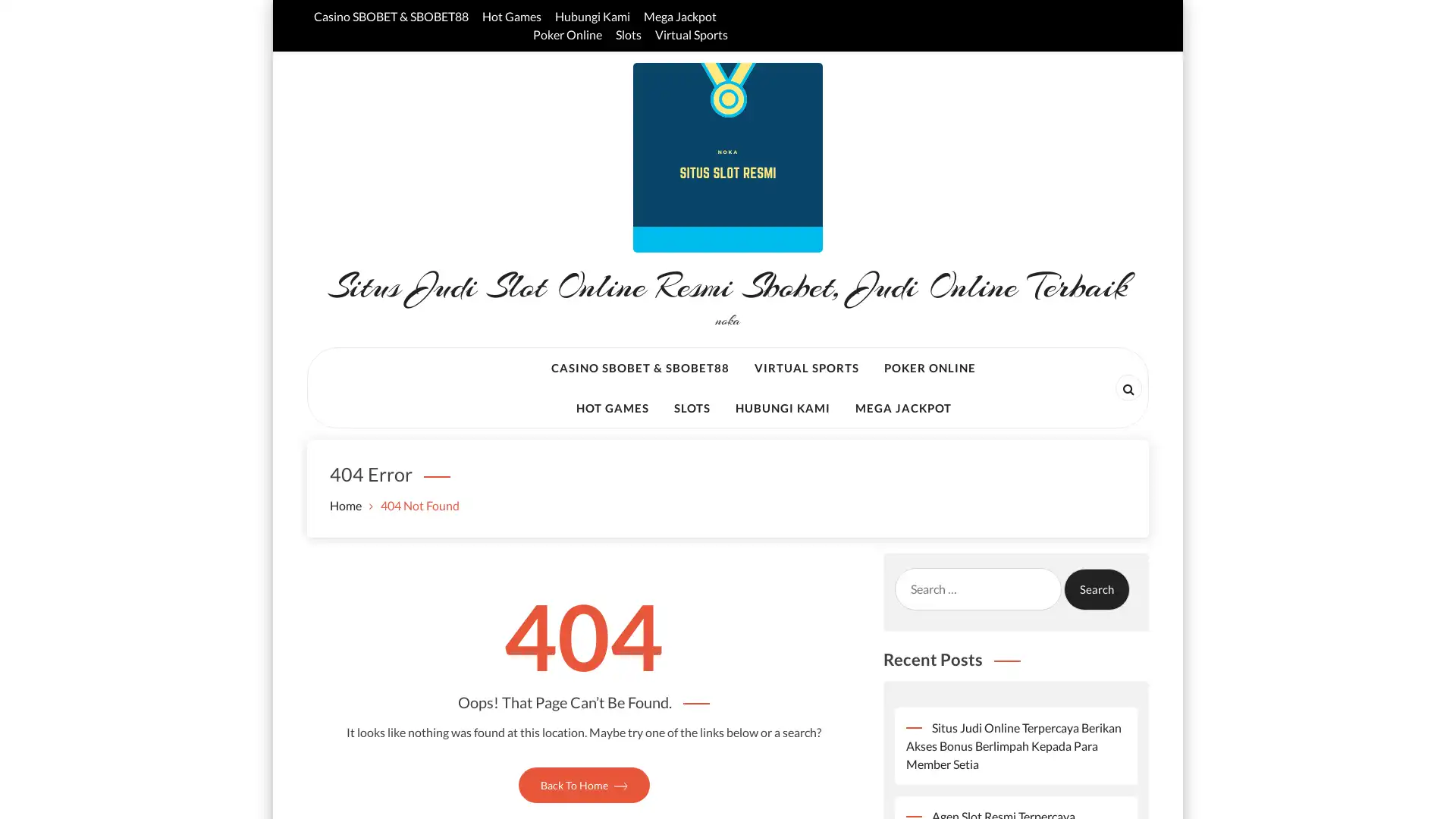  I want to click on Search, so click(1097, 588).